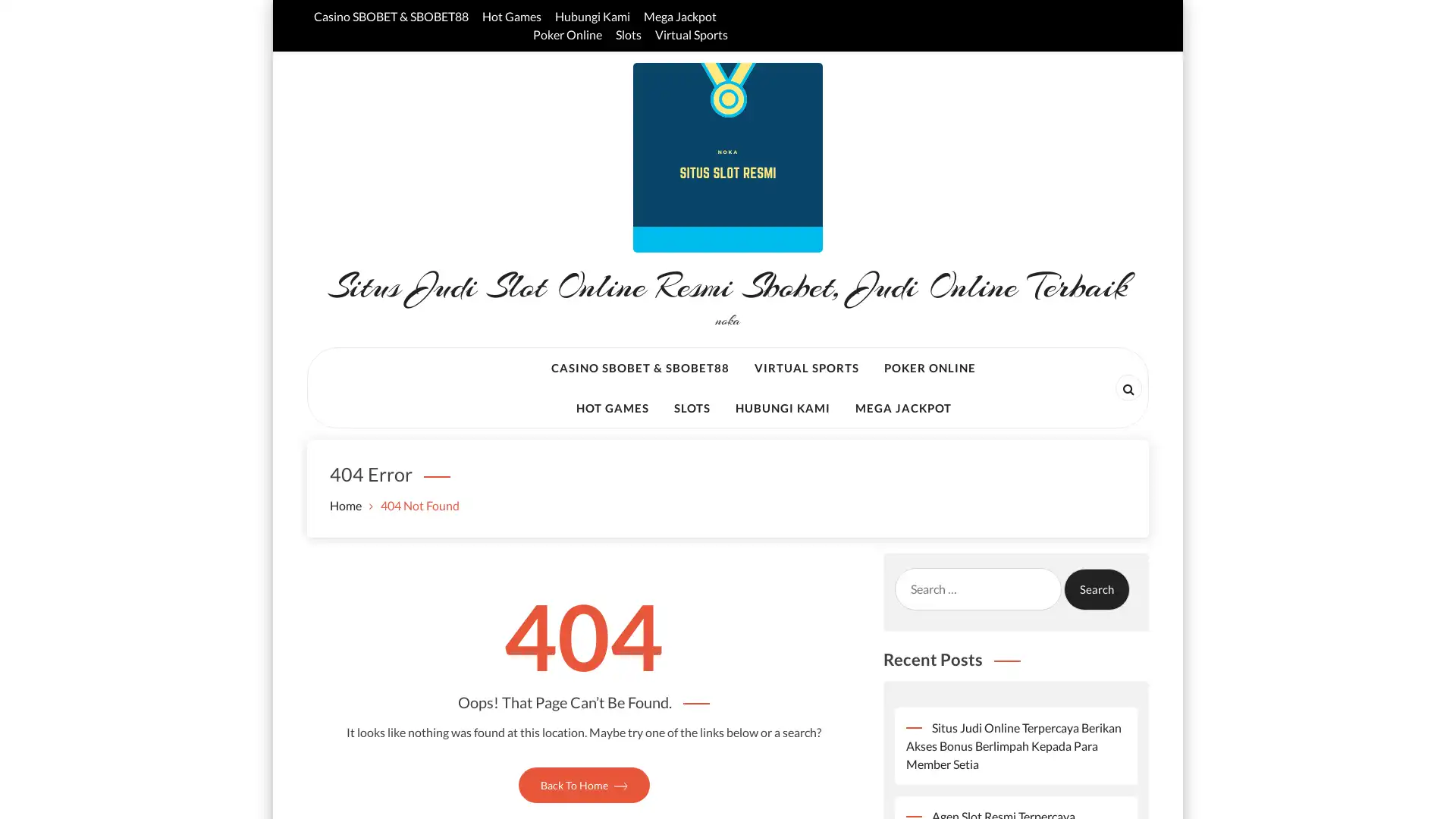  I want to click on Search, so click(1097, 588).